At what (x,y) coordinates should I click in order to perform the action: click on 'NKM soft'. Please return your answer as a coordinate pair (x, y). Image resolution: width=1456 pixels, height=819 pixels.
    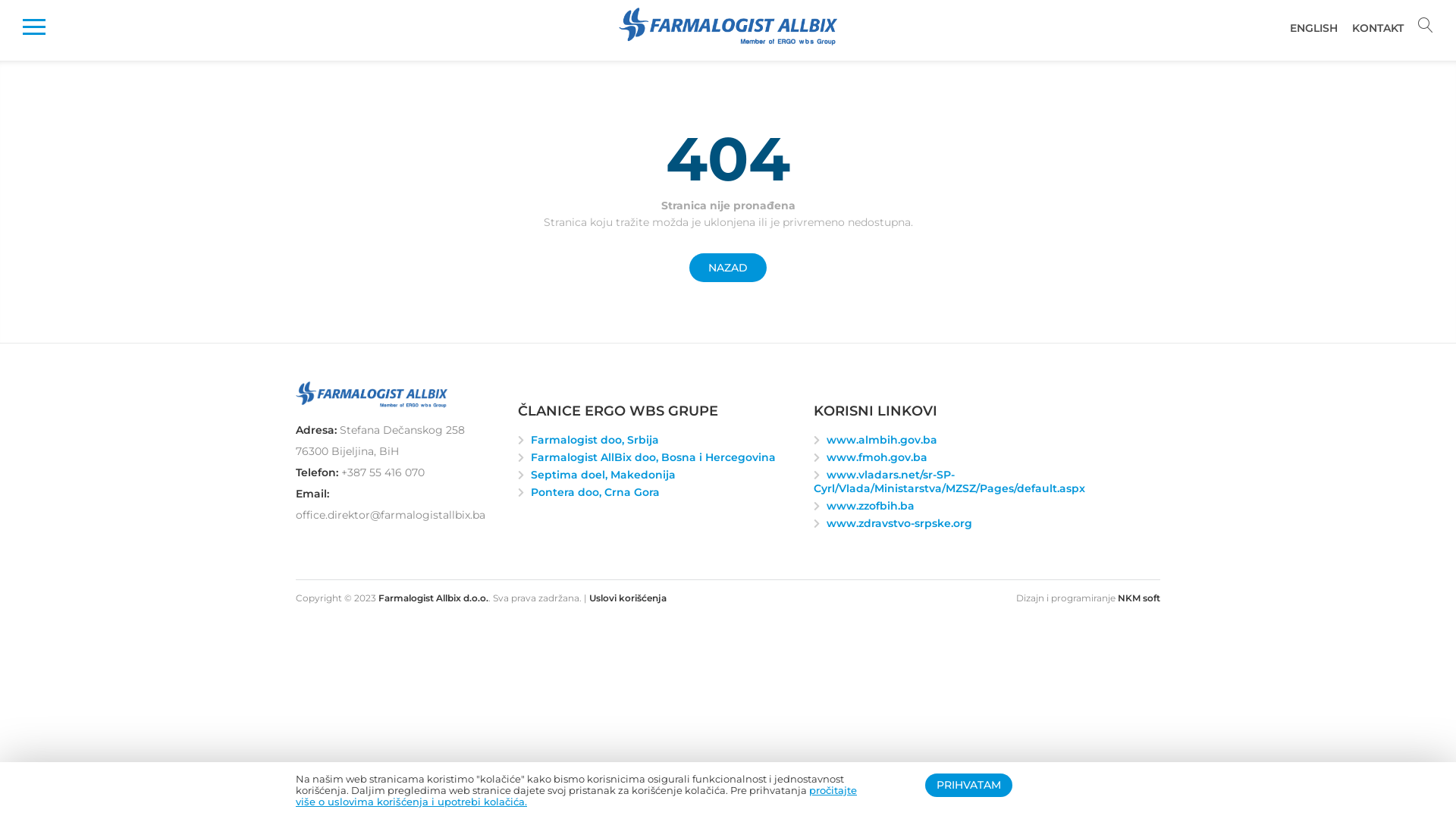
    Looking at the image, I should click on (1139, 597).